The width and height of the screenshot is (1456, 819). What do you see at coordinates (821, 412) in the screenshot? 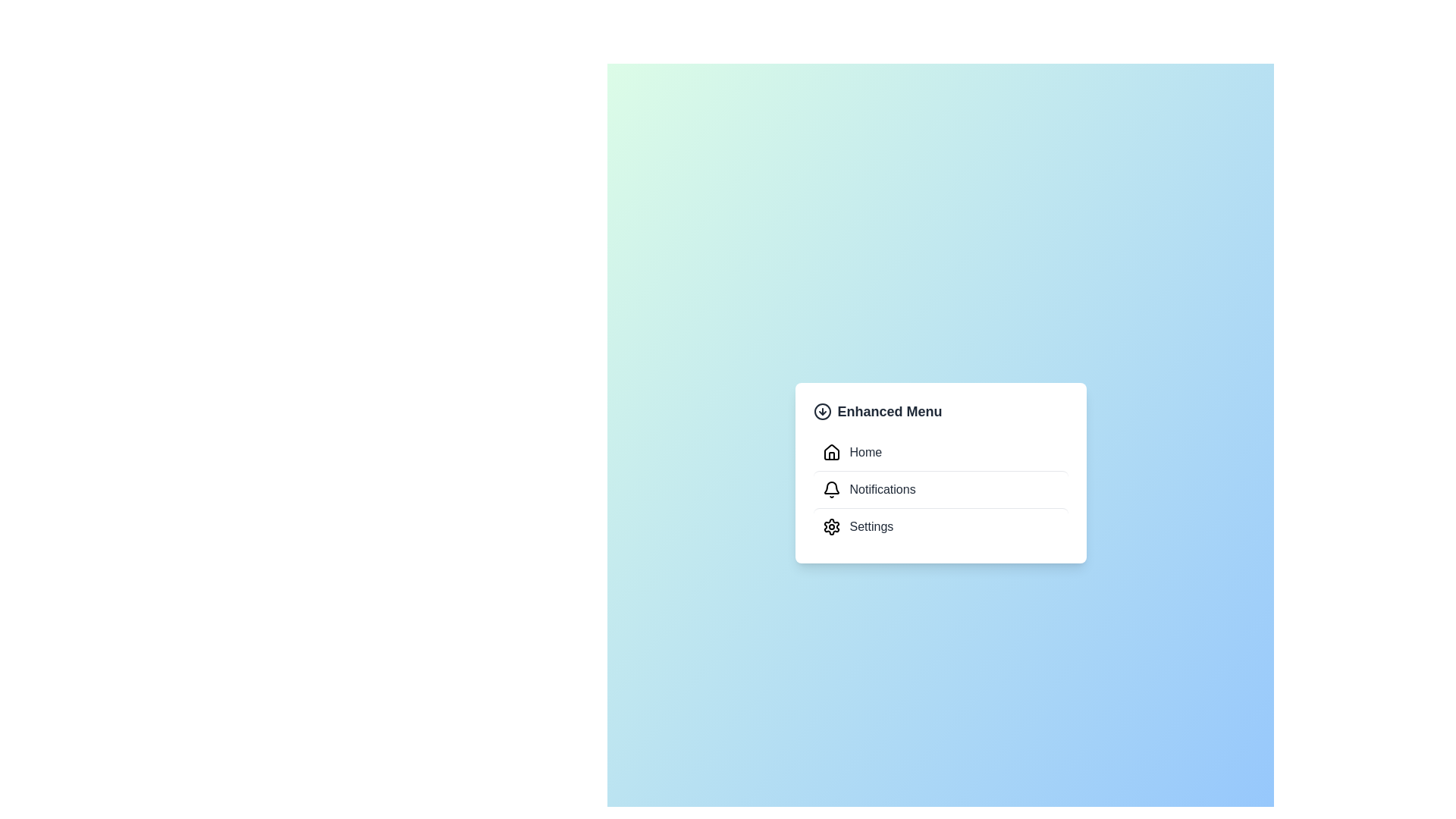
I see `title icon to reveal potential actions` at bounding box center [821, 412].